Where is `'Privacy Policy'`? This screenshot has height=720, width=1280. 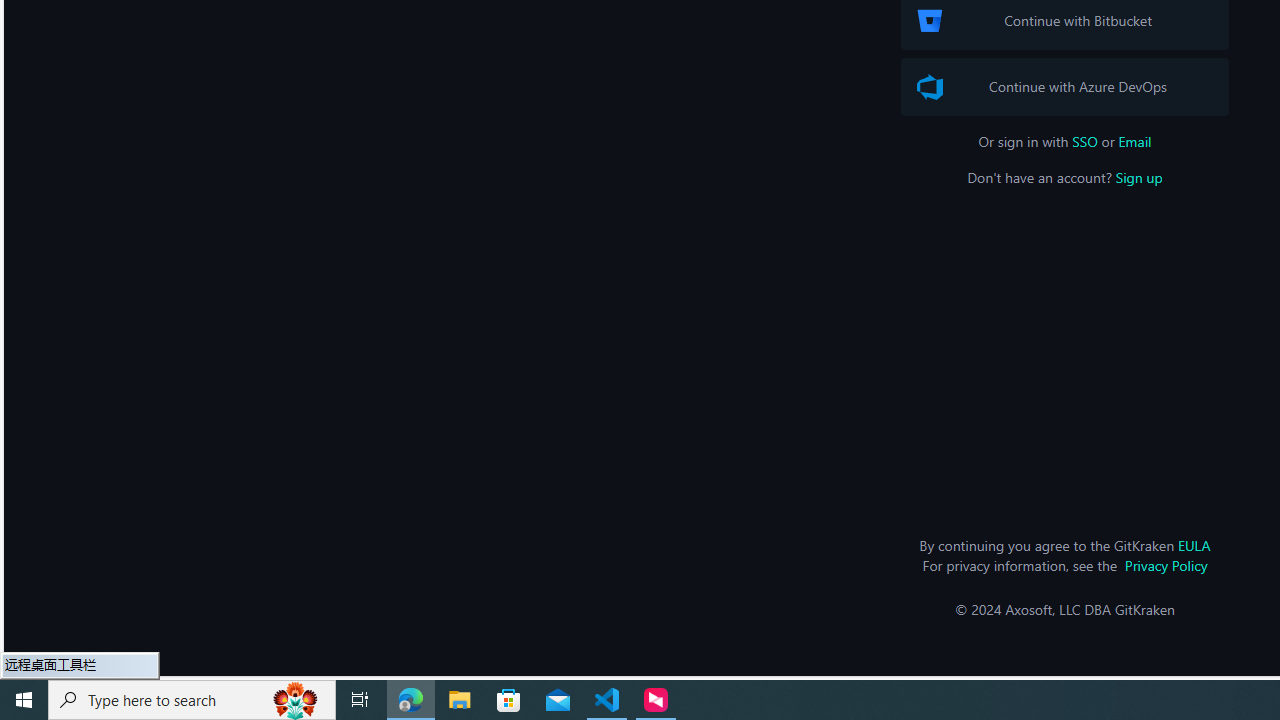
'Privacy Policy' is located at coordinates (1166, 565).